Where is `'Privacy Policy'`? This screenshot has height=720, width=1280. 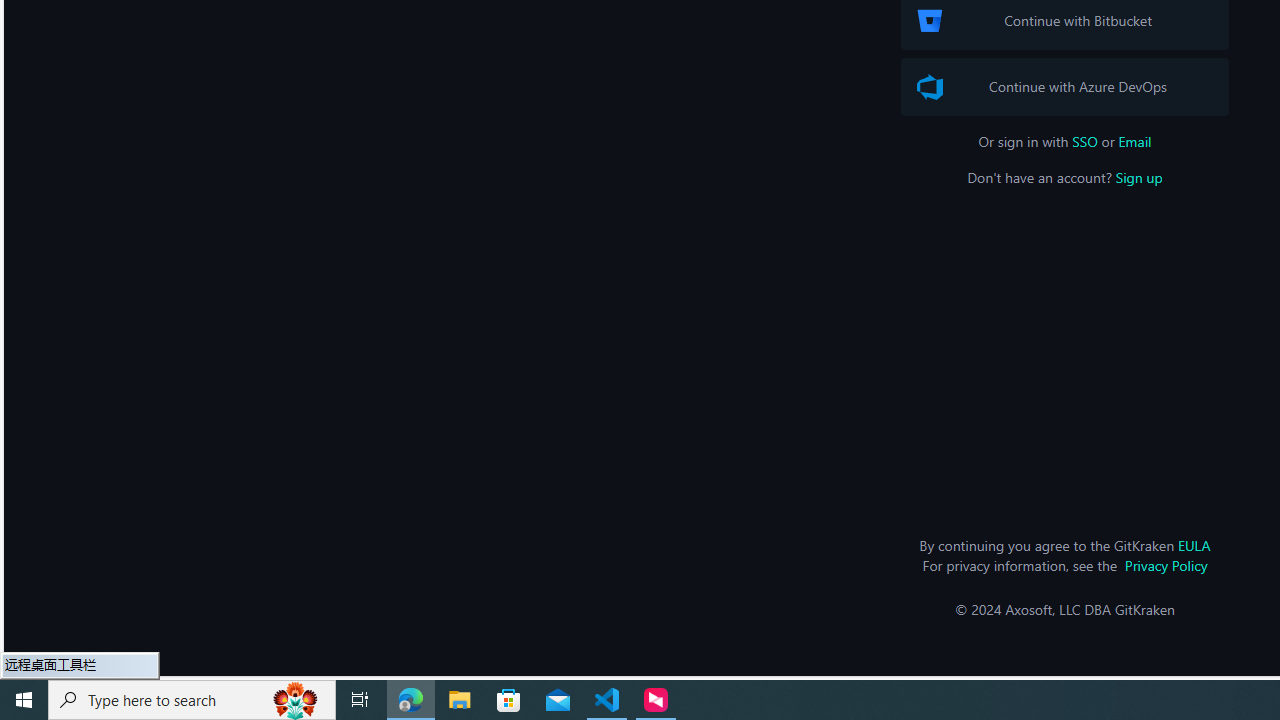
'Privacy Policy' is located at coordinates (1166, 565).